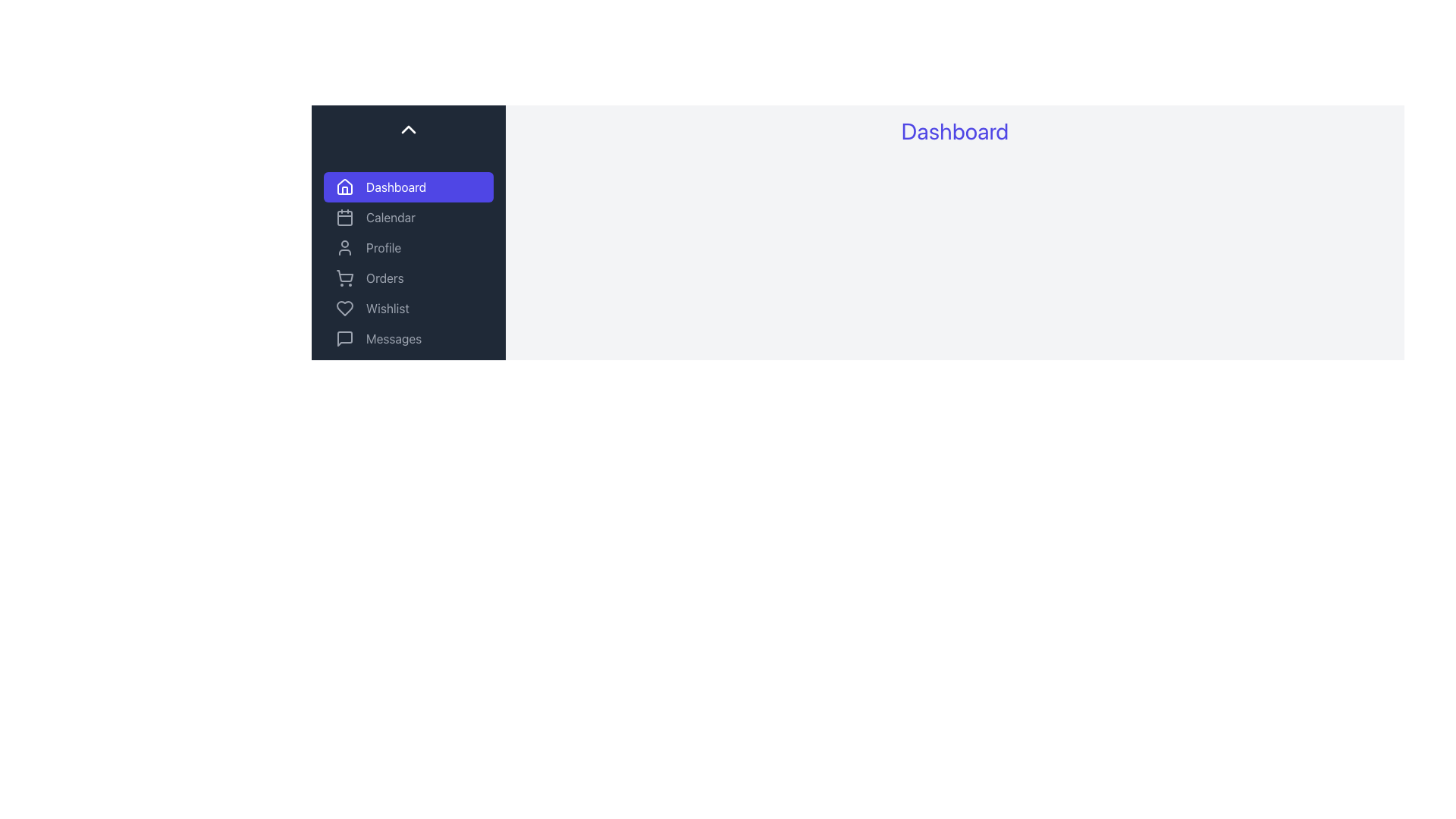  I want to click on the upward-pointing chevron icon button located at the top of the vertical sidebar menu, so click(408, 128).